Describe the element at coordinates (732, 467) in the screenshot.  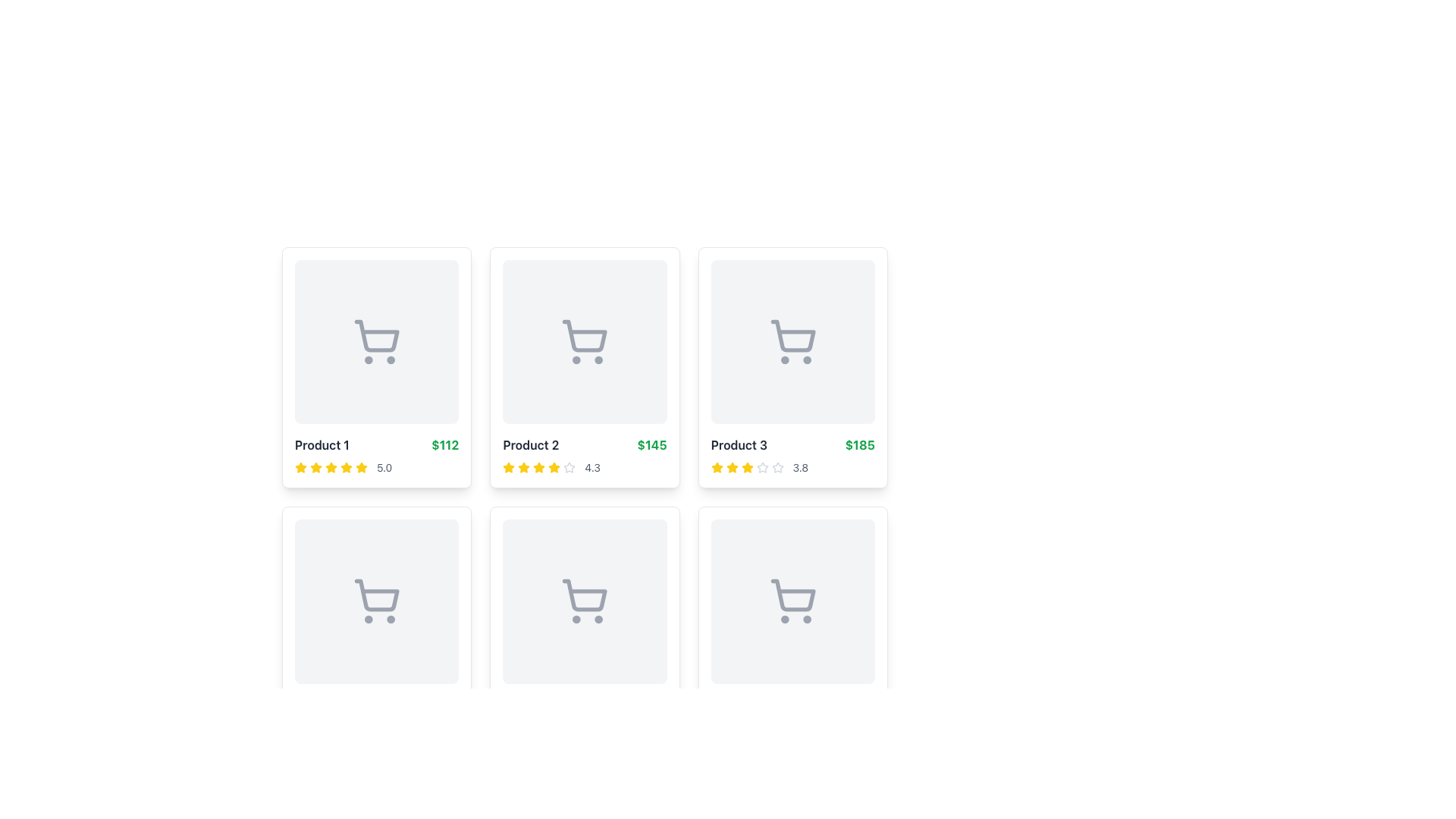
I see `the third star icon in the product rating system for 'Product 3', which is indicated by its bright yellow color and located to the right of the '3.8' numerical rating` at that location.